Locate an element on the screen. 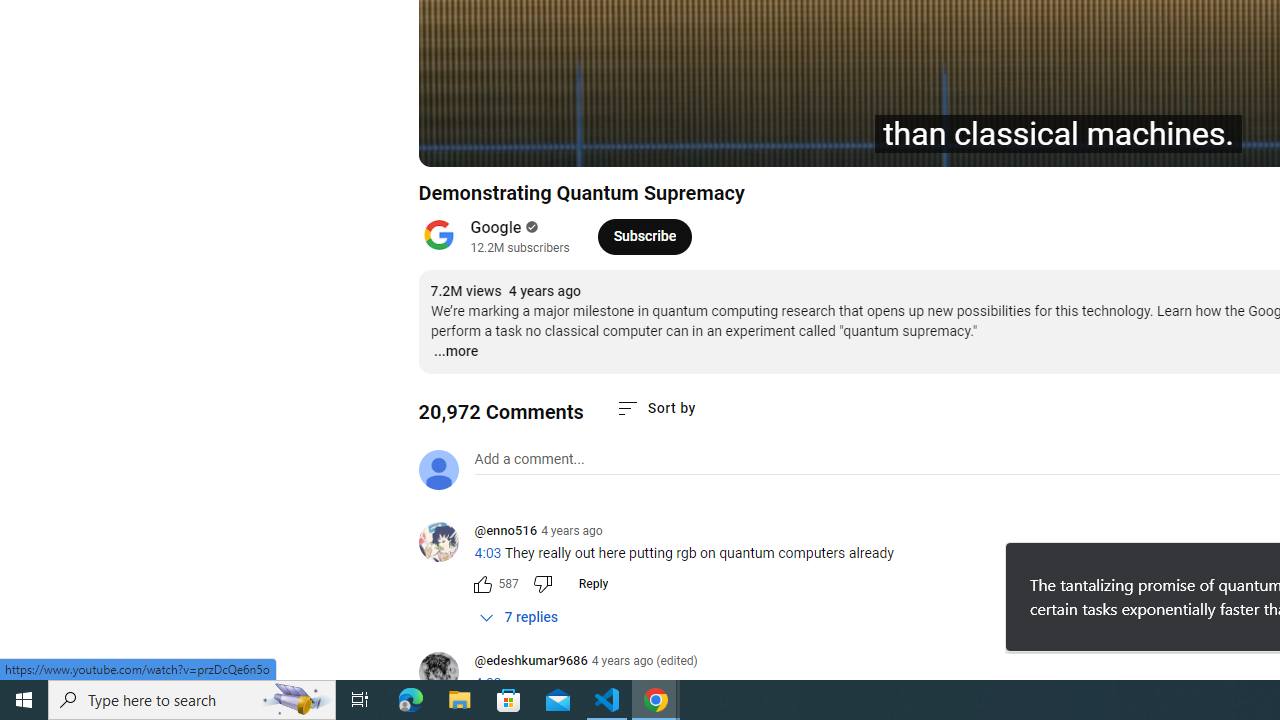 The image size is (1280, 720). '4 years ago (edited)' is located at coordinates (644, 661).